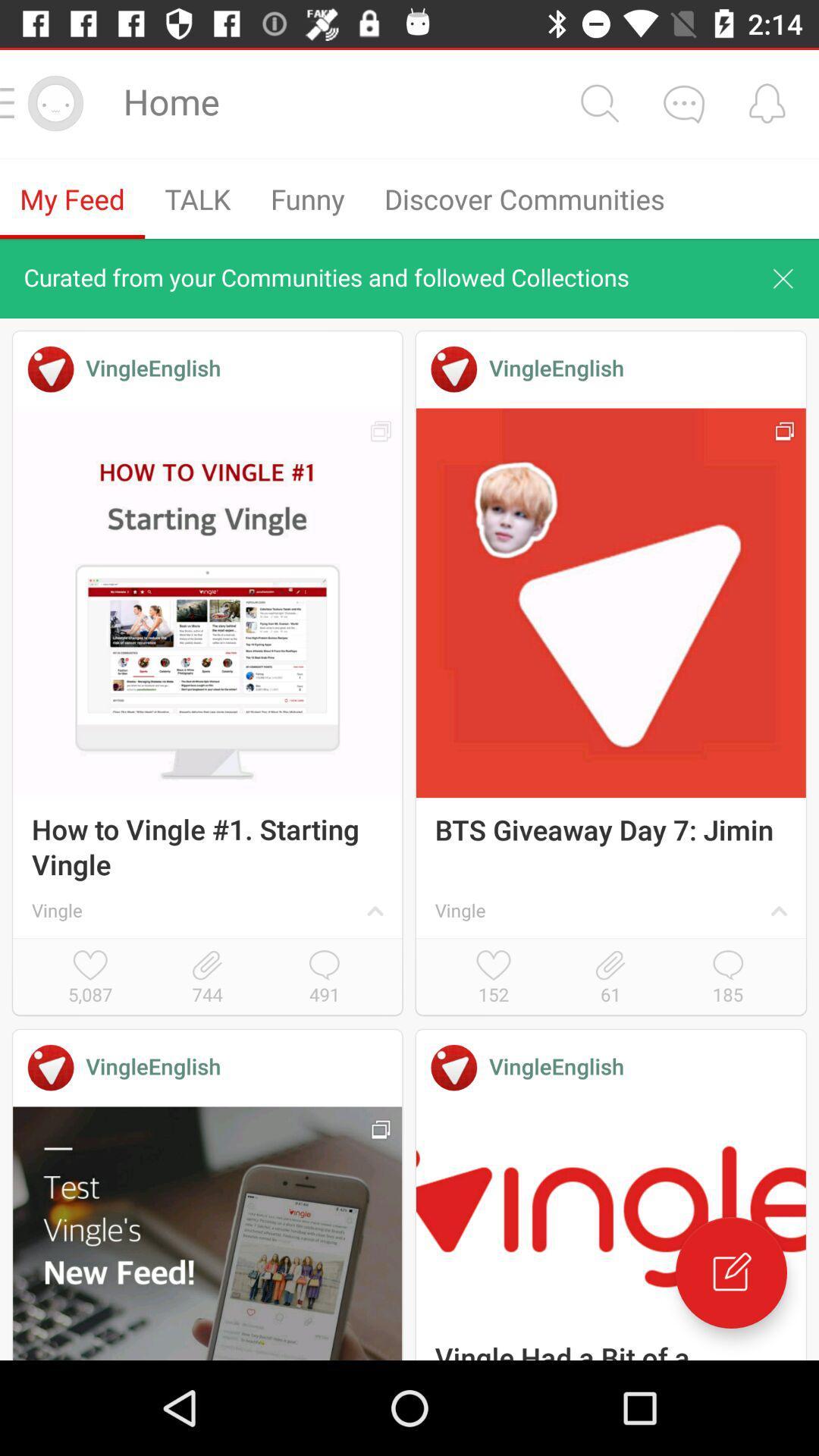 The image size is (819, 1456). Describe the element at coordinates (494, 978) in the screenshot. I see `the item next to the 61 item` at that location.